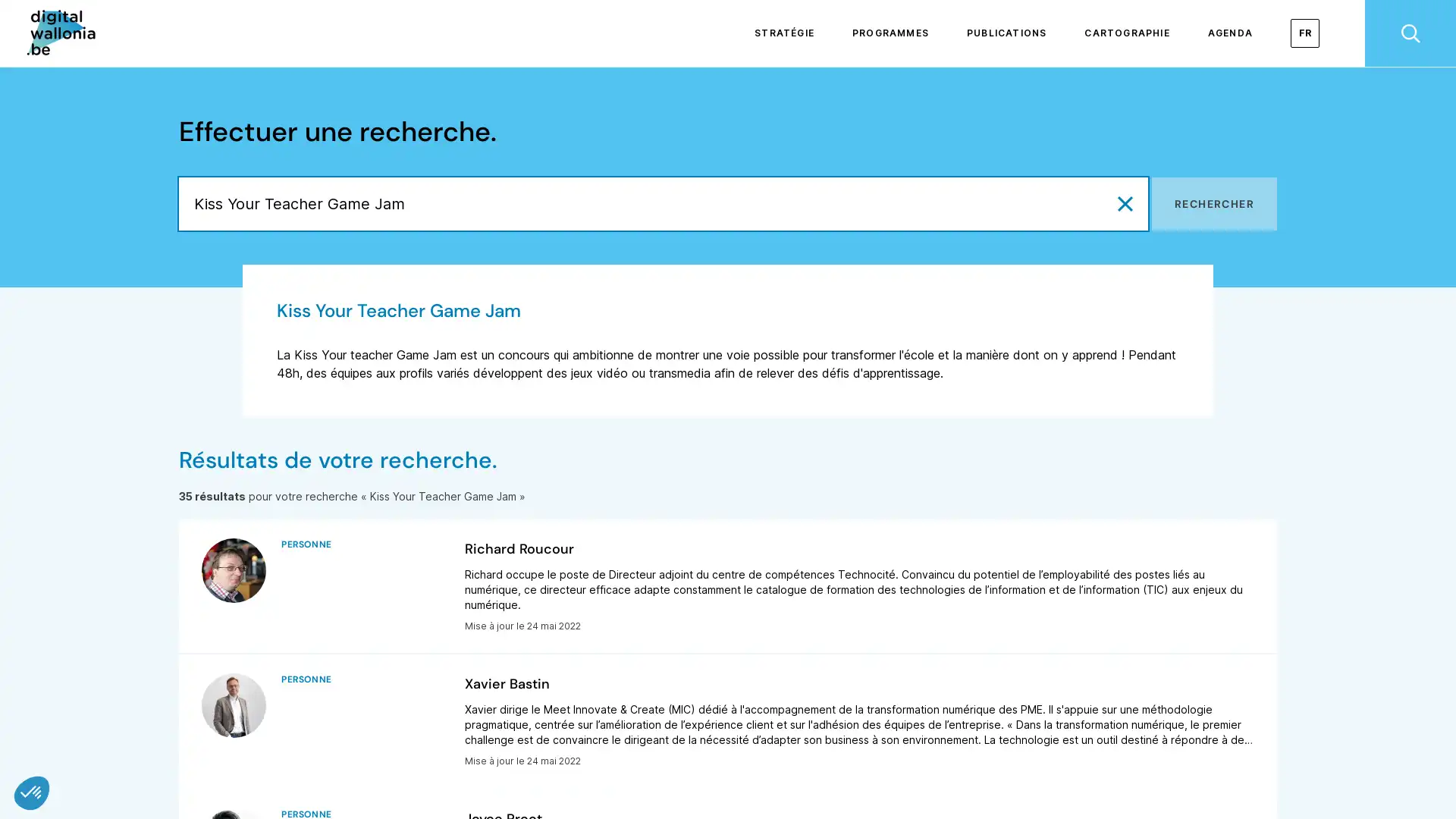  What do you see at coordinates (1125, 203) in the screenshot?
I see `Reset form` at bounding box center [1125, 203].